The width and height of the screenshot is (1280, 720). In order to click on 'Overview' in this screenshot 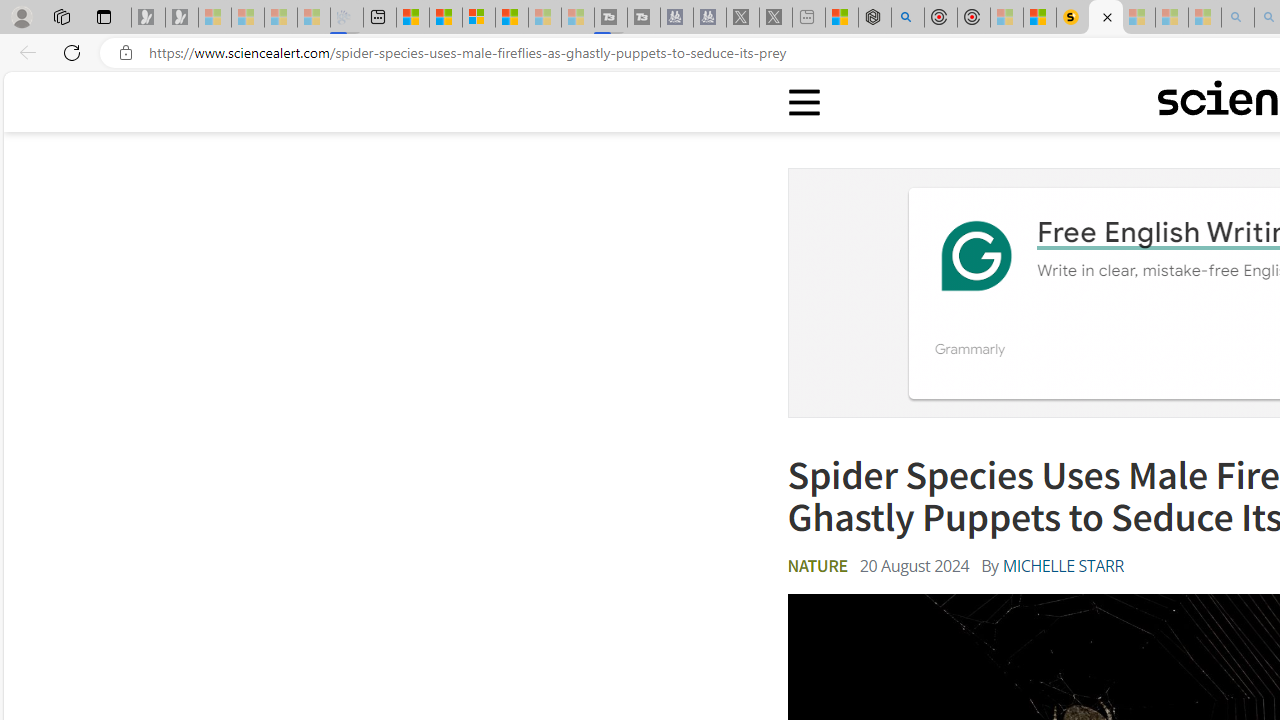, I will do `click(478, 17)`.